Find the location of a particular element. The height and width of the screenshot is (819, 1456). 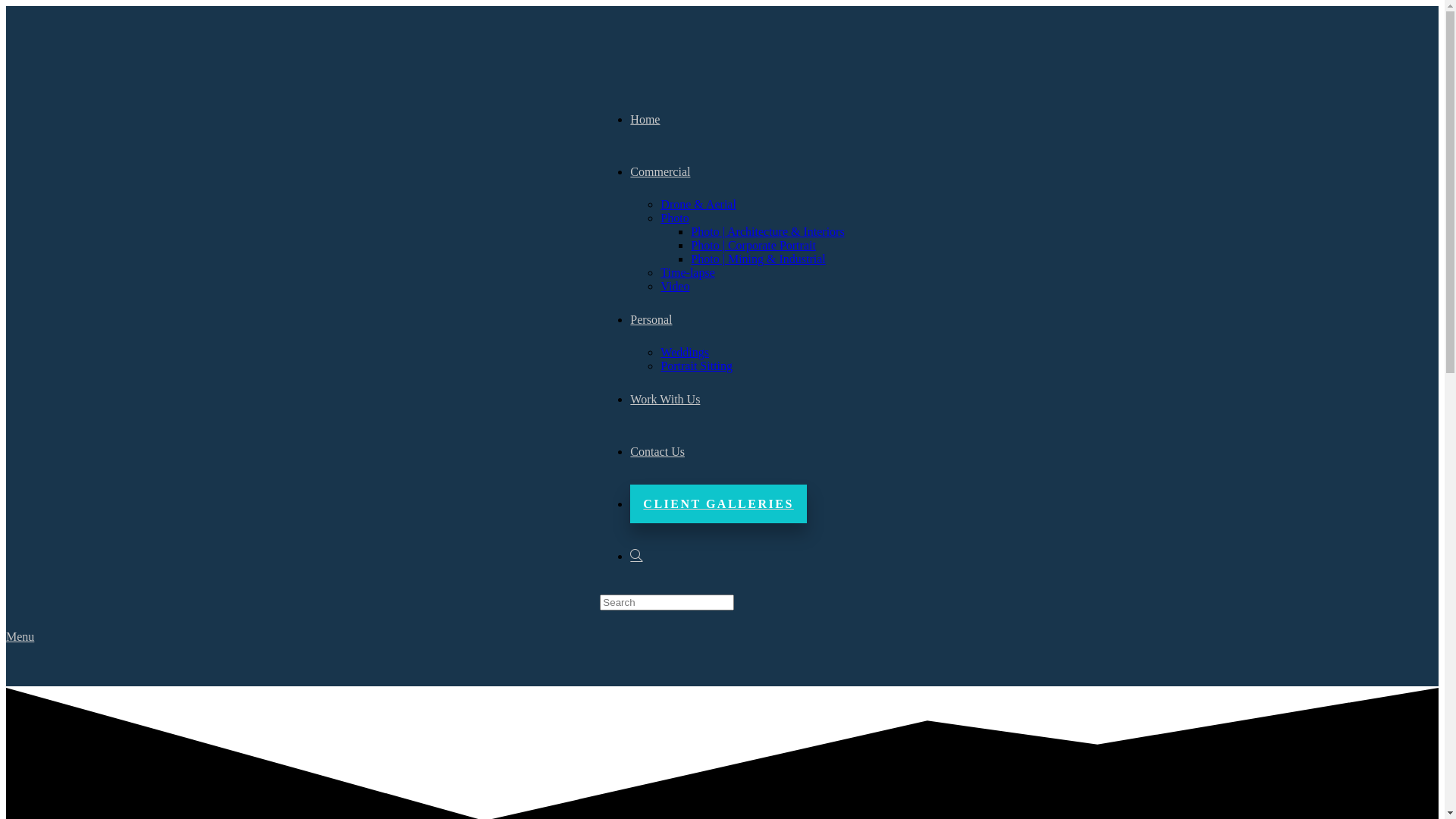

'Drone & Aerial' is located at coordinates (698, 203).